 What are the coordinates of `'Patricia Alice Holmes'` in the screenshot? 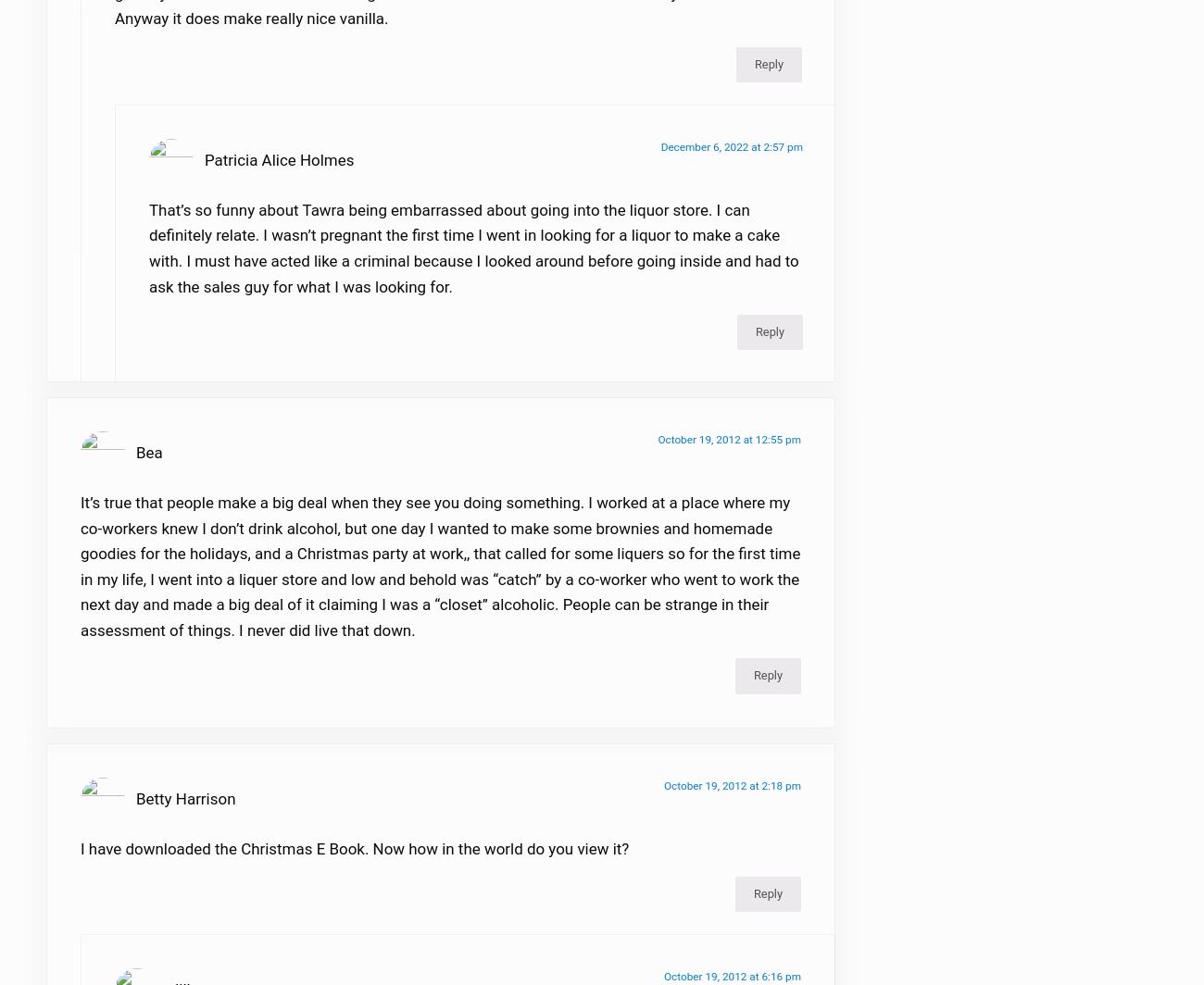 It's located at (279, 171).